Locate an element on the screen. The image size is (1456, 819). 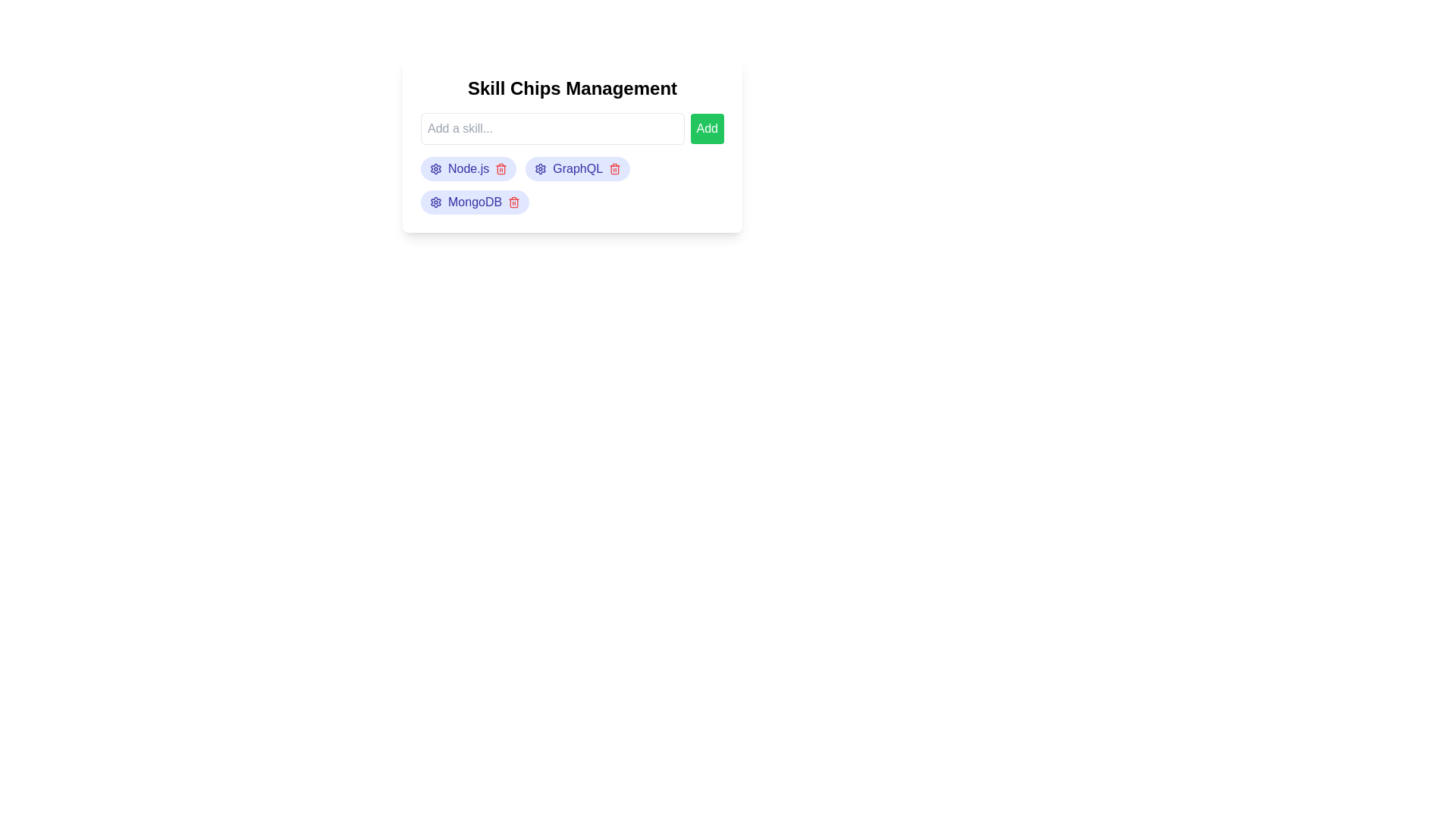
the trash icon of the chip labeled Node.js is located at coordinates (501, 169).